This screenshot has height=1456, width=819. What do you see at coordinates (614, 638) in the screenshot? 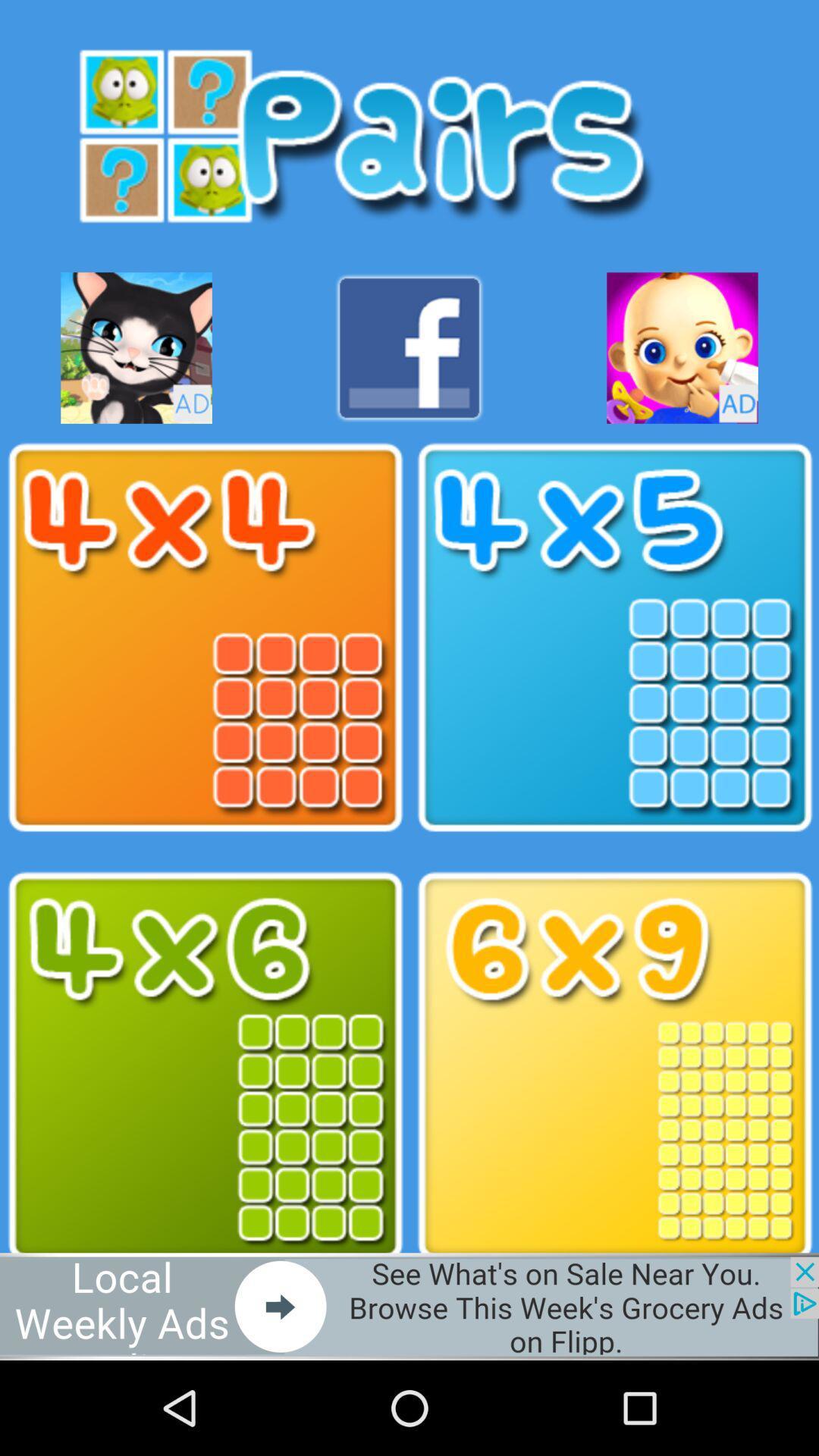
I see `game` at bounding box center [614, 638].